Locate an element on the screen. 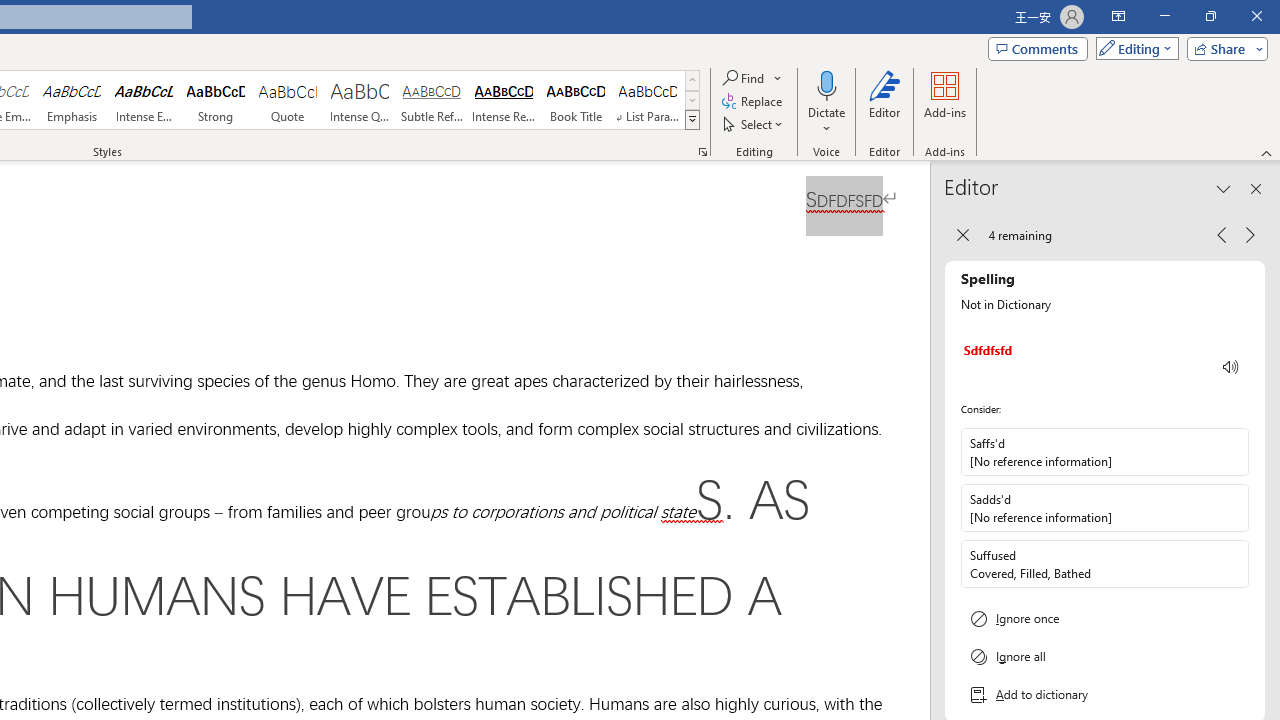 The image size is (1280, 720). 'Book Title' is located at coordinates (575, 100).